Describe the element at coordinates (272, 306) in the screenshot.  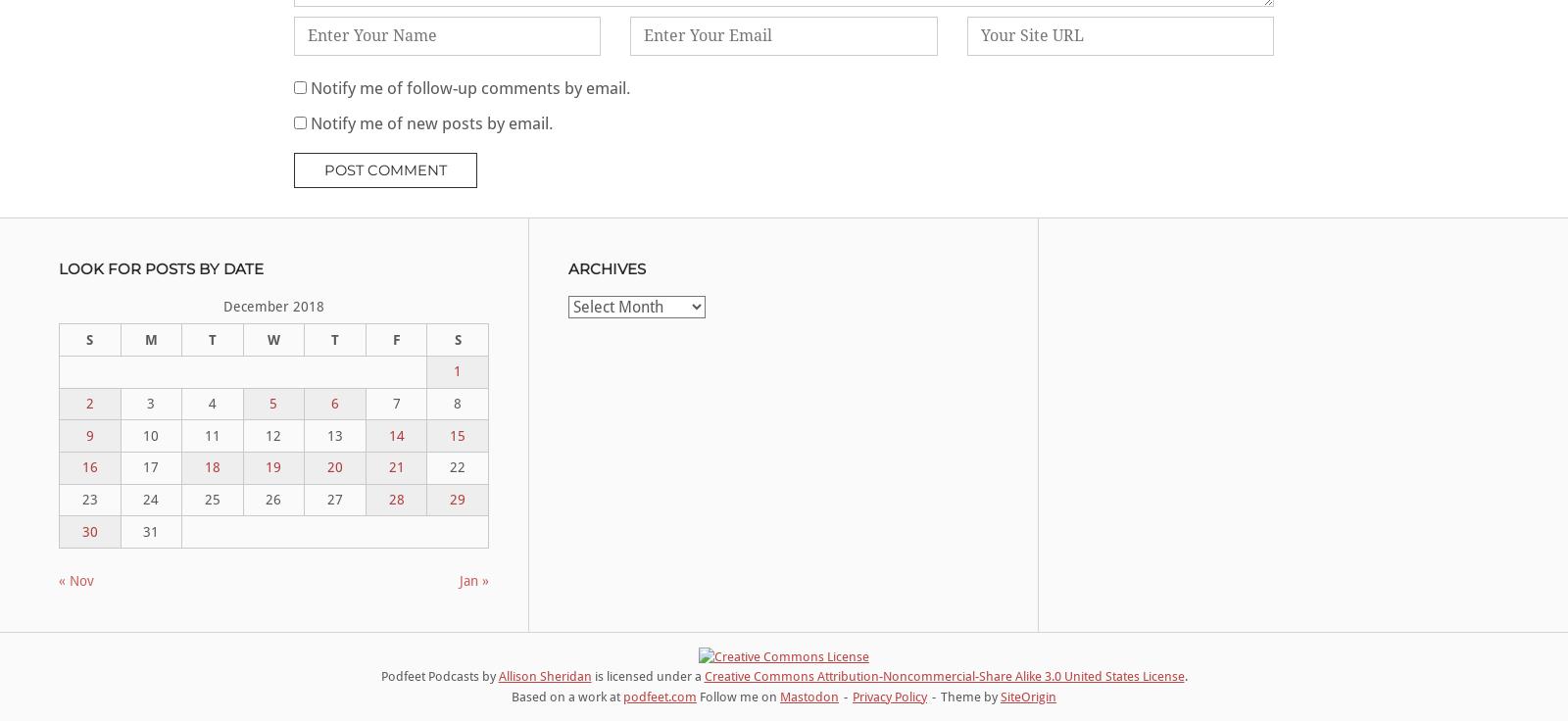
I see `'December 2018'` at that location.